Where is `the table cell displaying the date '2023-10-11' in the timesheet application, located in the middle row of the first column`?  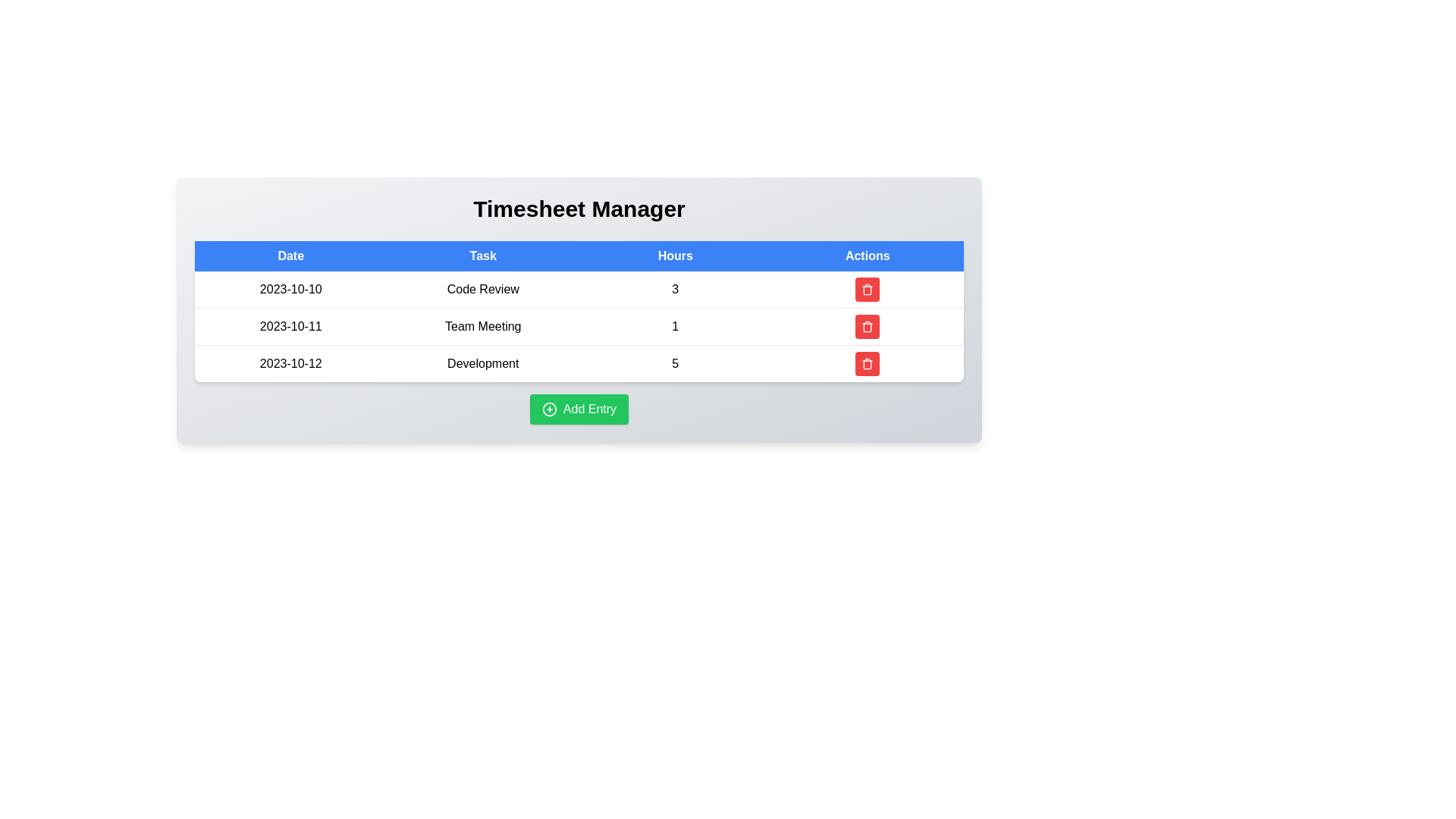
the table cell displaying the date '2023-10-11' in the timesheet application, located in the middle row of the first column is located at coordinates (290, 326).